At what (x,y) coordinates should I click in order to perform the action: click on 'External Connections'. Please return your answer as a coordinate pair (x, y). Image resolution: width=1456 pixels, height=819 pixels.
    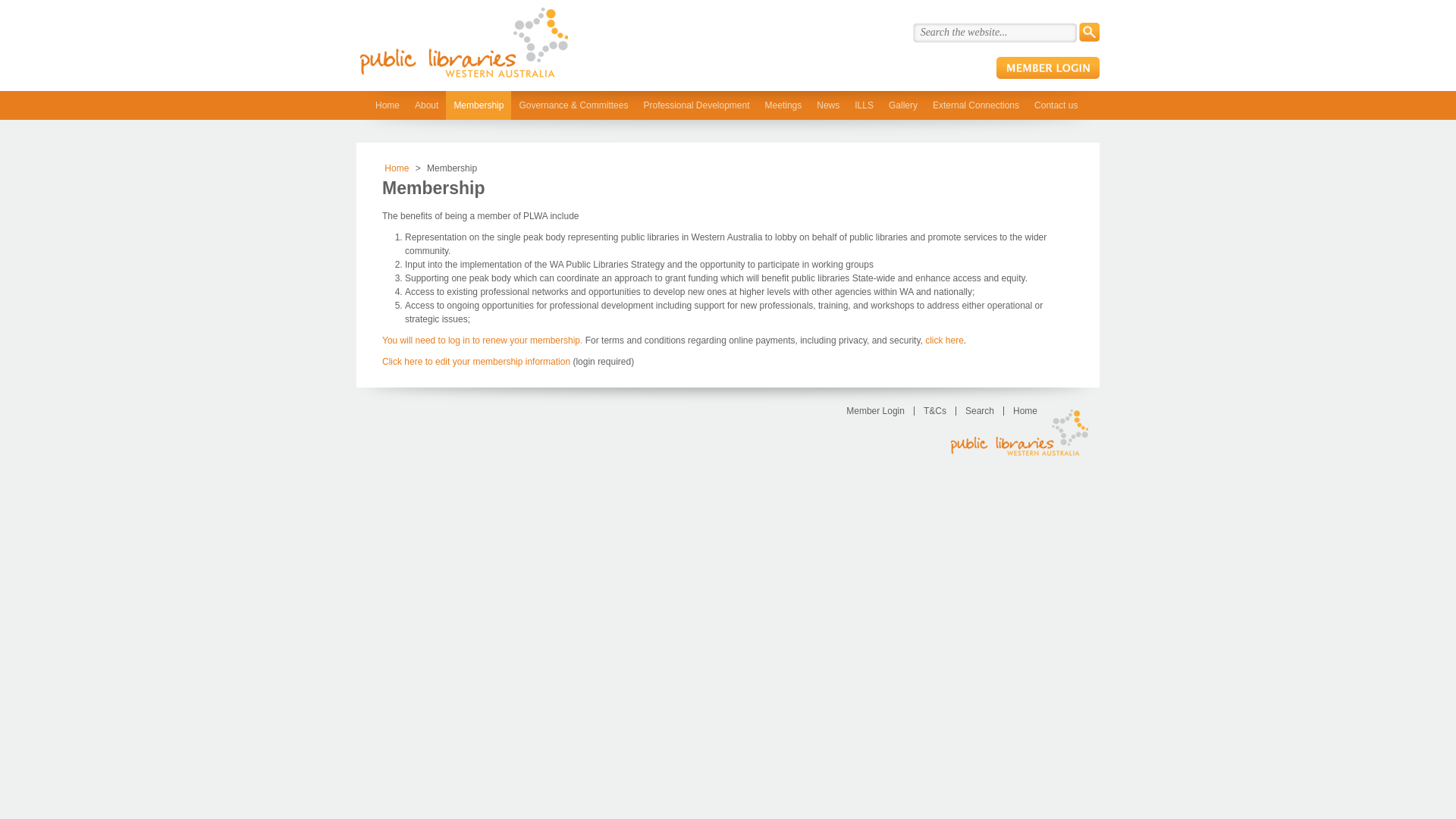
    Looking at the image, I should click on (975, 104).